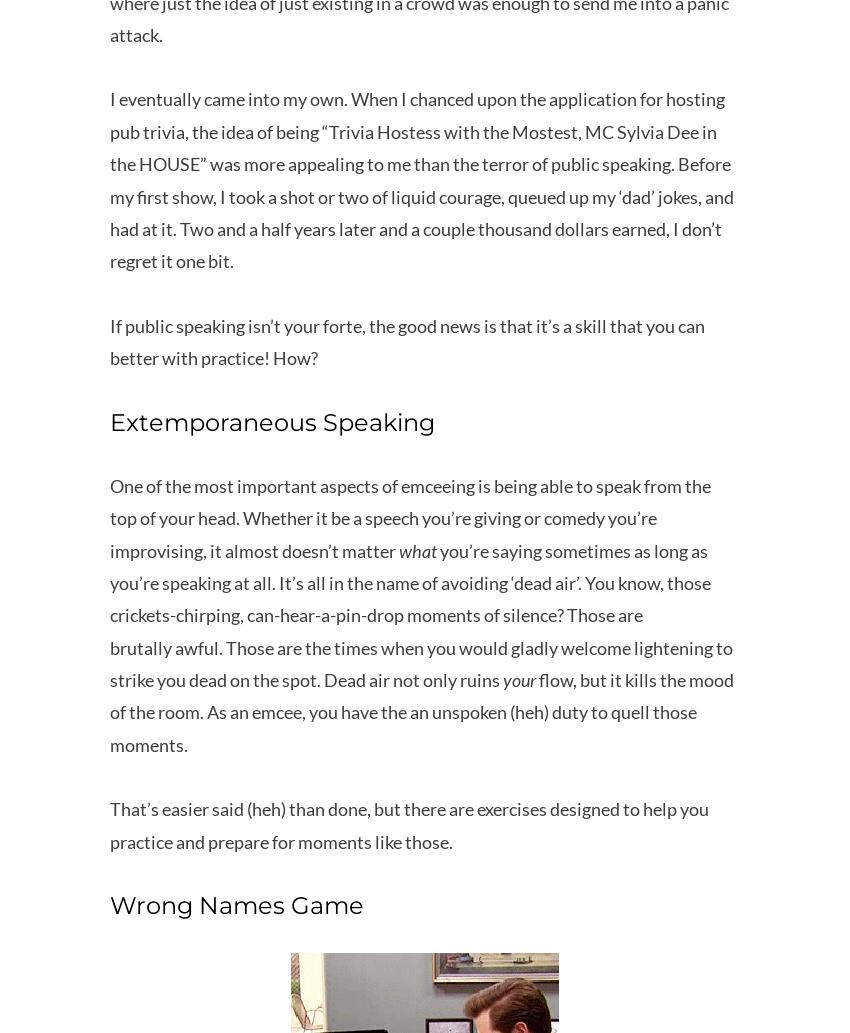  Describe the element at coordinates (418, 548) in the screenshot. I see `'what'` at that location.